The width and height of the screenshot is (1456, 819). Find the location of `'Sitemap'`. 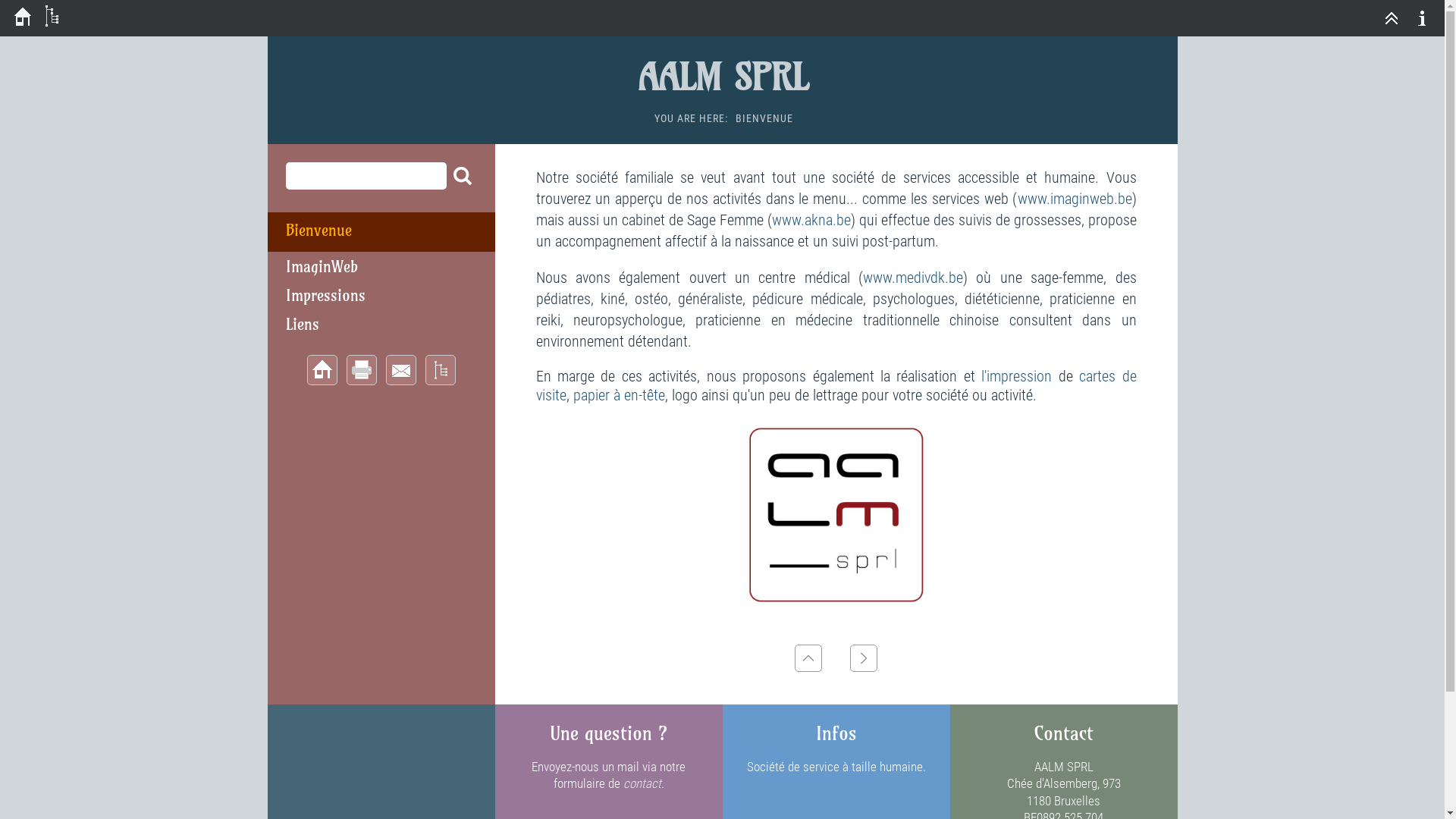

'Sitemap' is located at coordinates (425, 370).